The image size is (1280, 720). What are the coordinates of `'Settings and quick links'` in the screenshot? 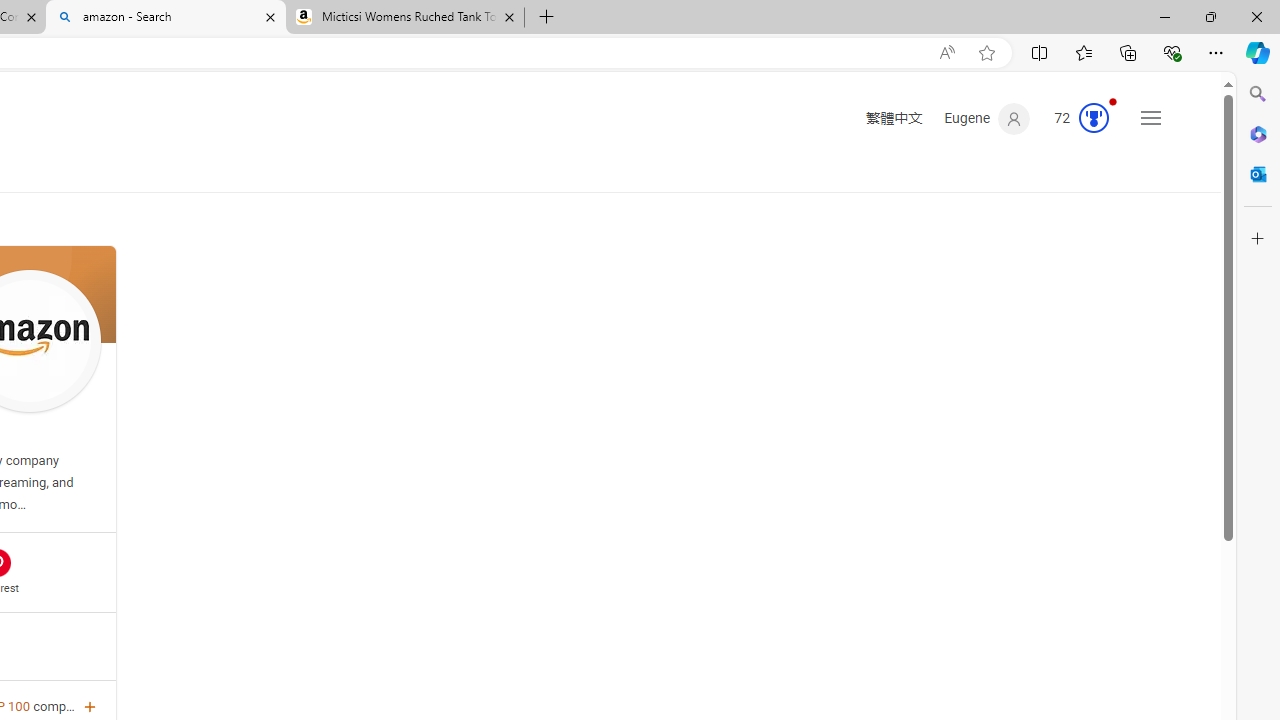 It's located at (1150, 118).